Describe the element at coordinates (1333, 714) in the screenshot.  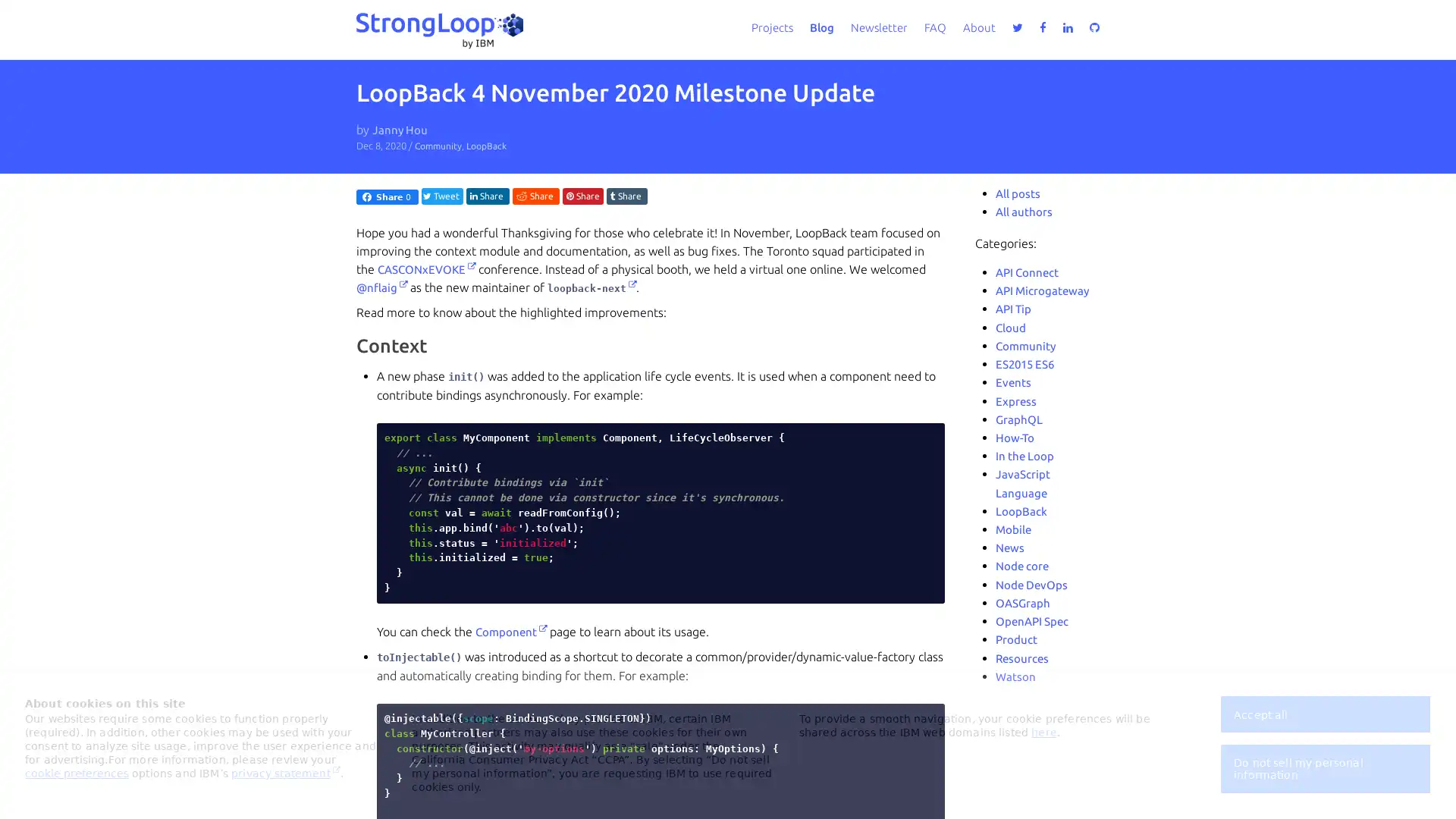
I see `Accept all` at that location.